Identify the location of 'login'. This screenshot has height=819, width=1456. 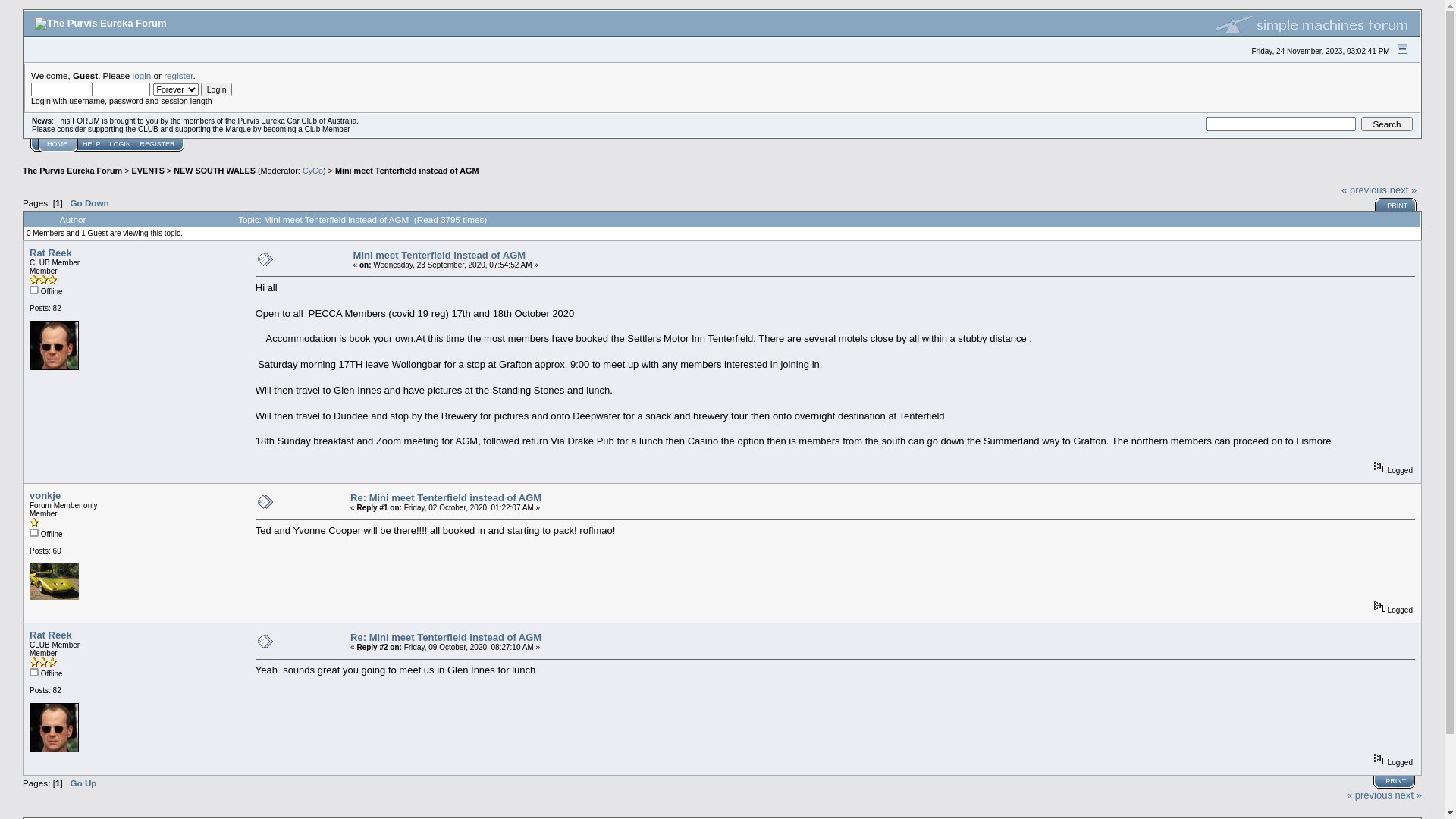
(142, 75).